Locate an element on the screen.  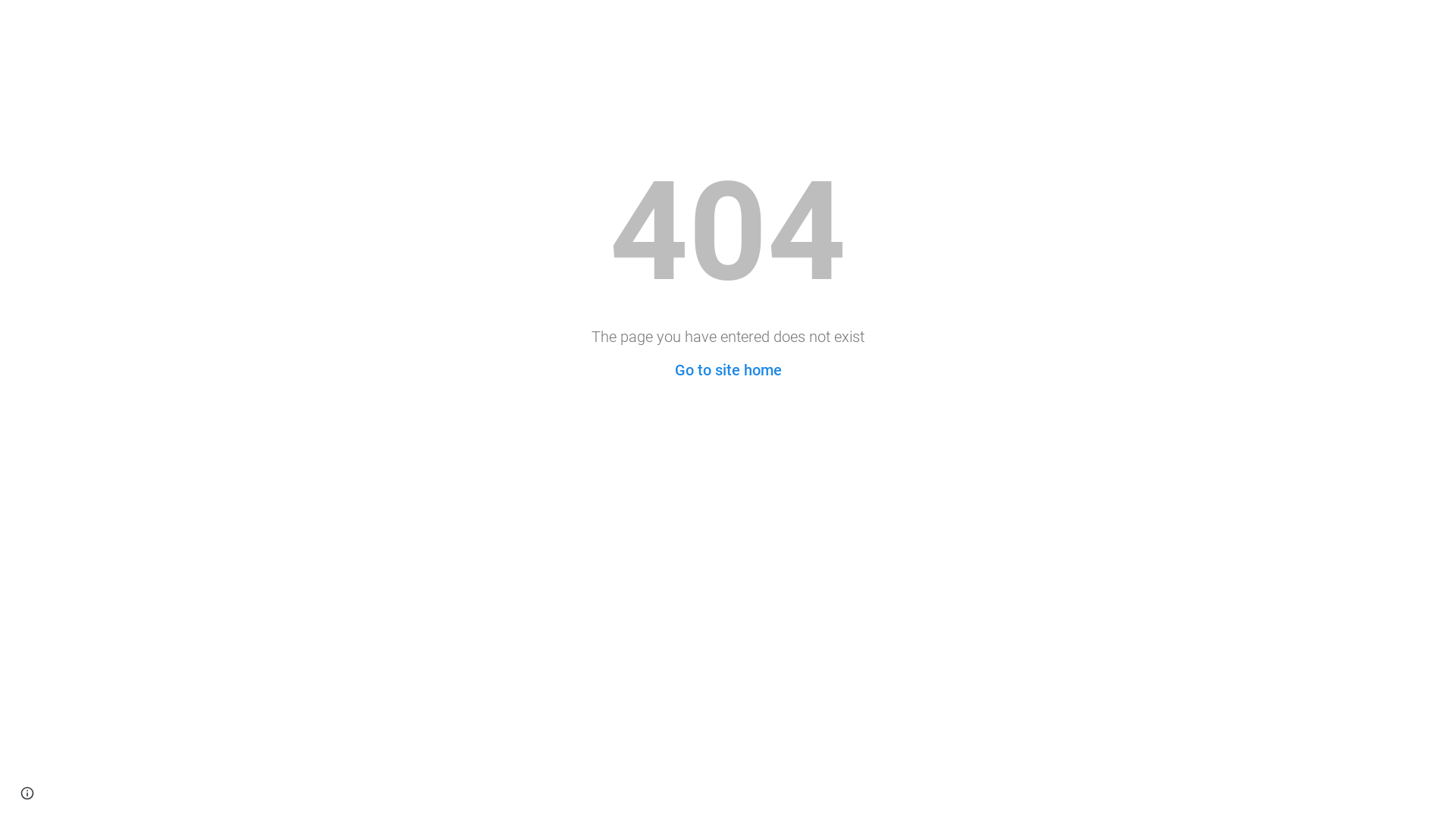
'Go to site home' is located at coordinates (728, 370).